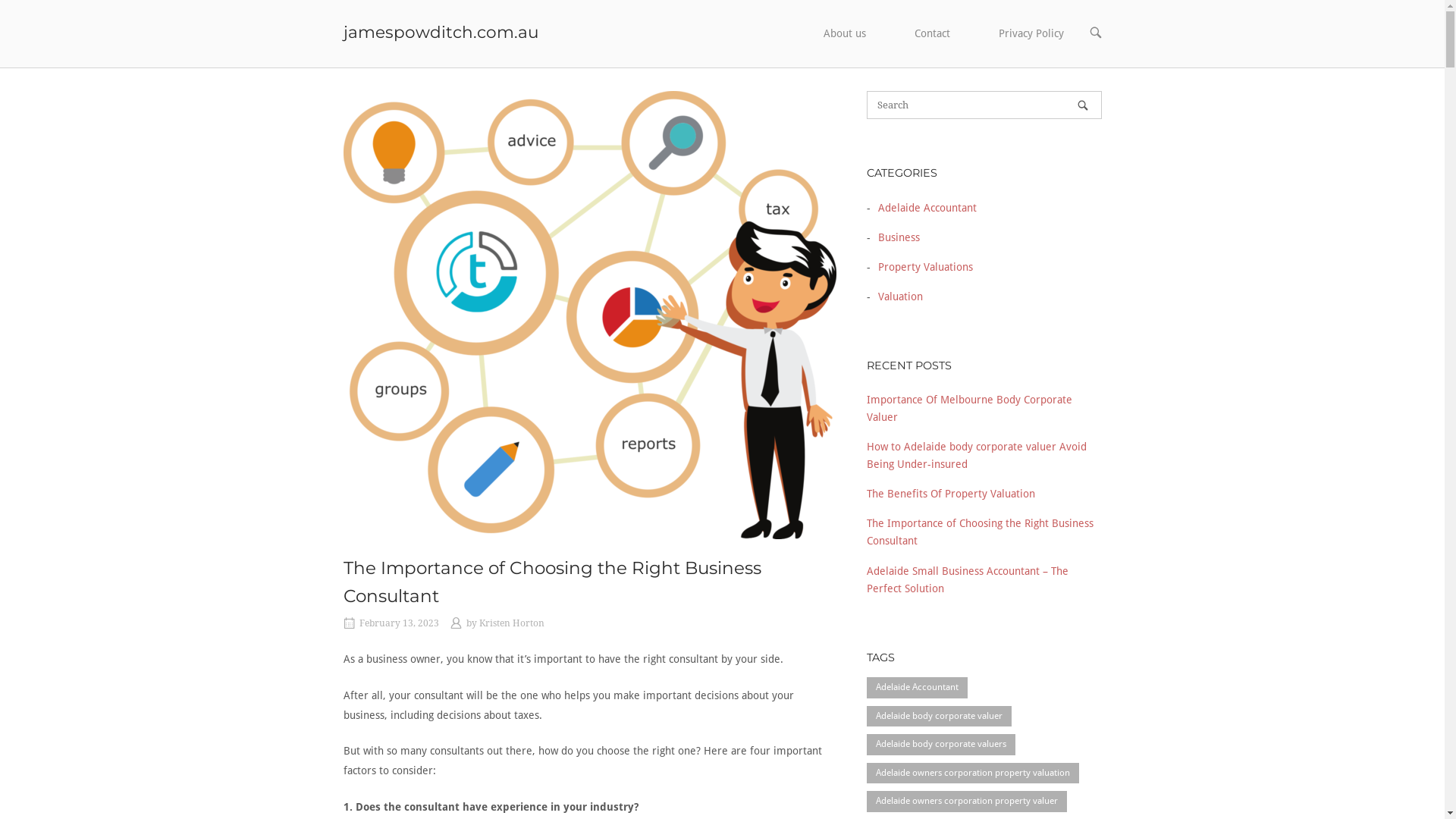 The width and height of the screenshot is (1456, 819). Describe the element at coordinates (866, 800) in the screenshot. I see `'Adelaide owners corporation property valuer'` at that location.